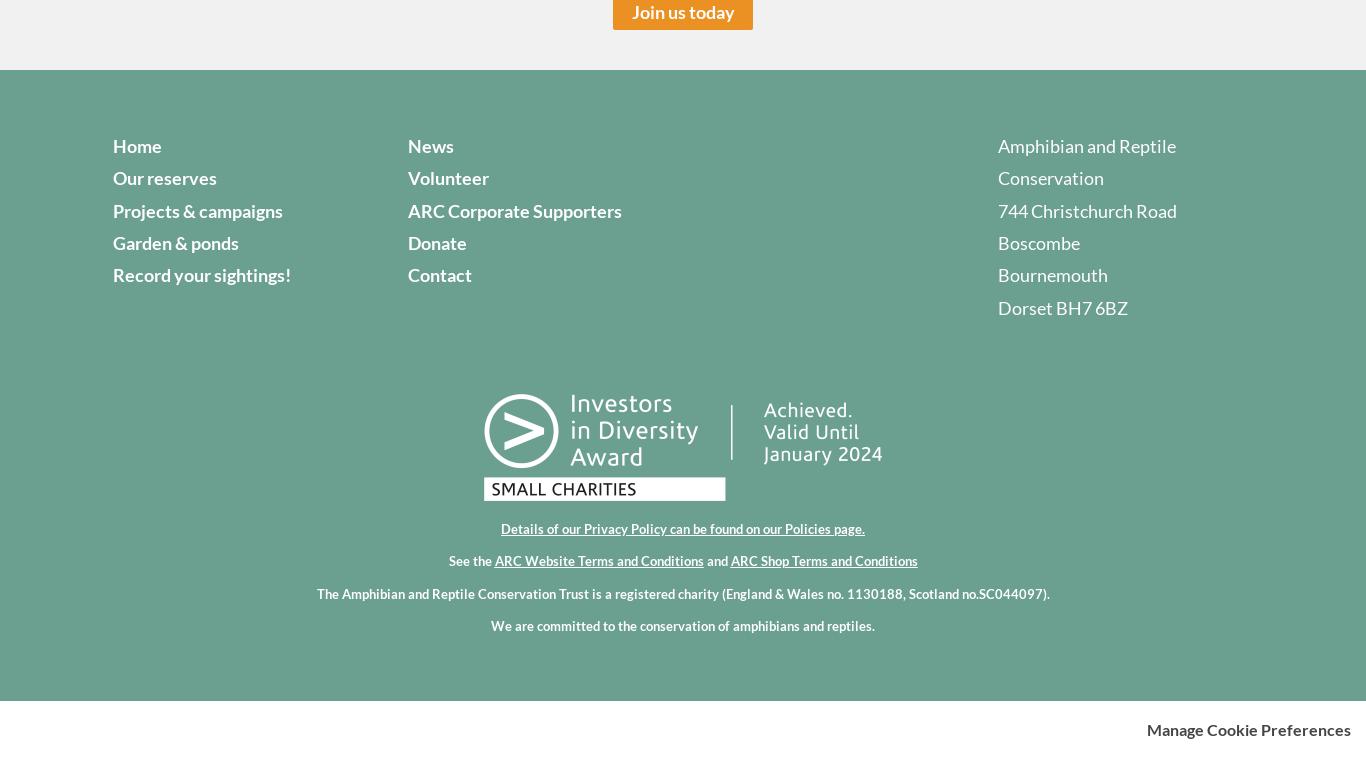  Describe the element at coordinates (514, 209) in the screenshot. I see `'ARC Corporate Supporters'` at that location.